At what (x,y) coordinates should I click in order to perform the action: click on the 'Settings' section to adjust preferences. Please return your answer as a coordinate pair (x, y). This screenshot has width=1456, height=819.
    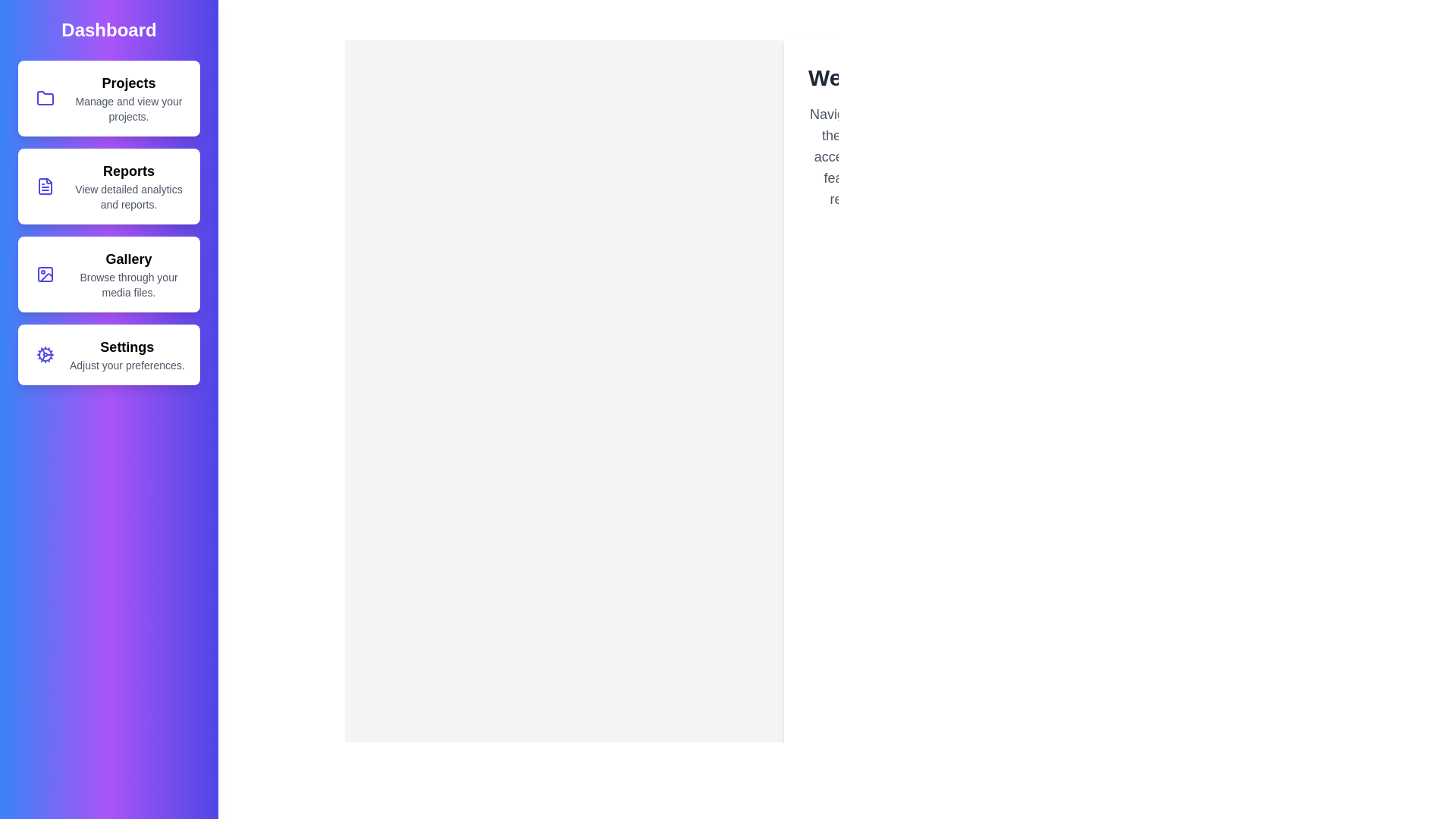
    Looking at the image, I should click on (108, 354).